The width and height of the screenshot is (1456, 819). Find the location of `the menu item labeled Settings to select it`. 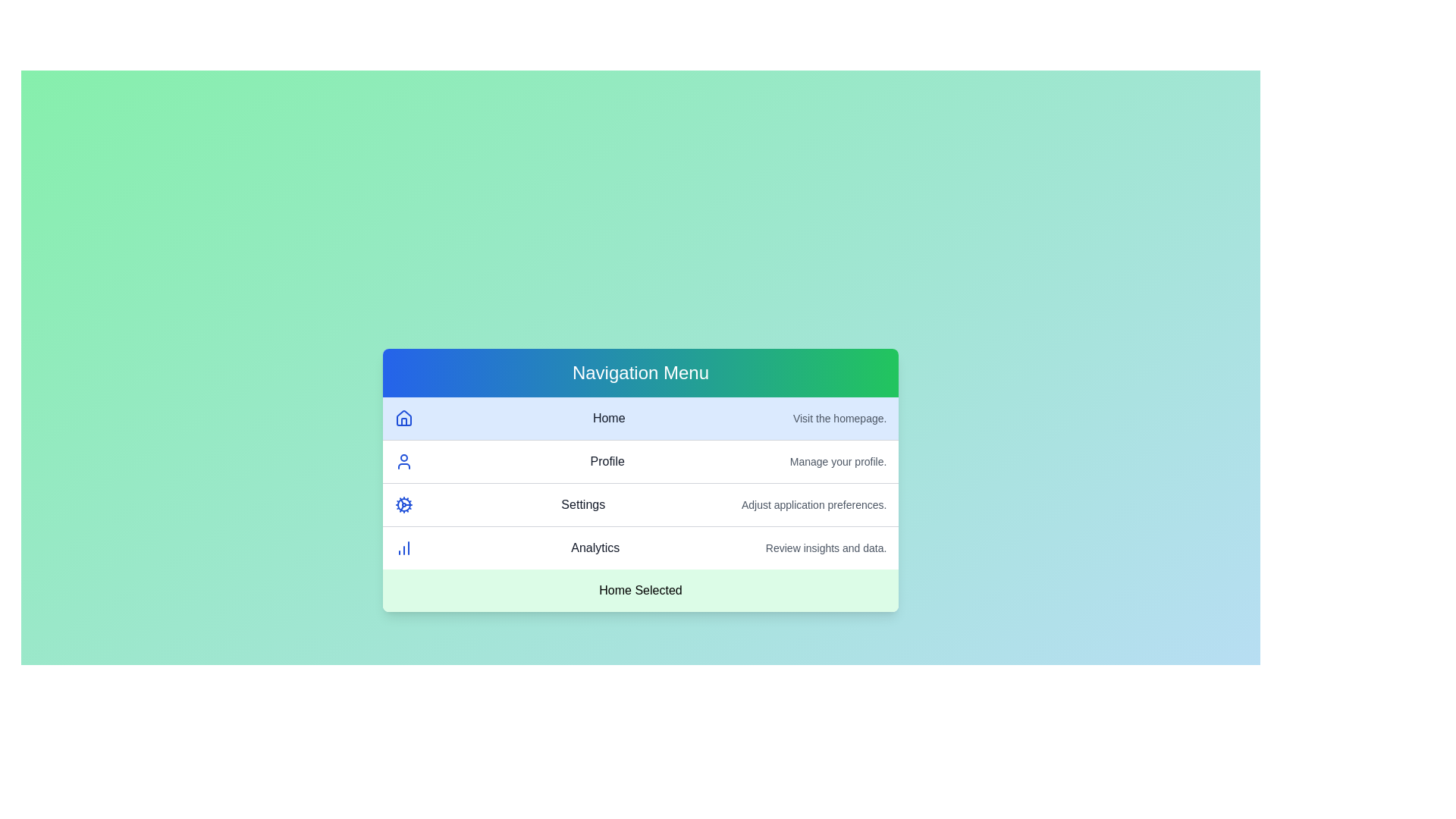

the menu item labeled Settings to select it is located at coordinates (640, 505).